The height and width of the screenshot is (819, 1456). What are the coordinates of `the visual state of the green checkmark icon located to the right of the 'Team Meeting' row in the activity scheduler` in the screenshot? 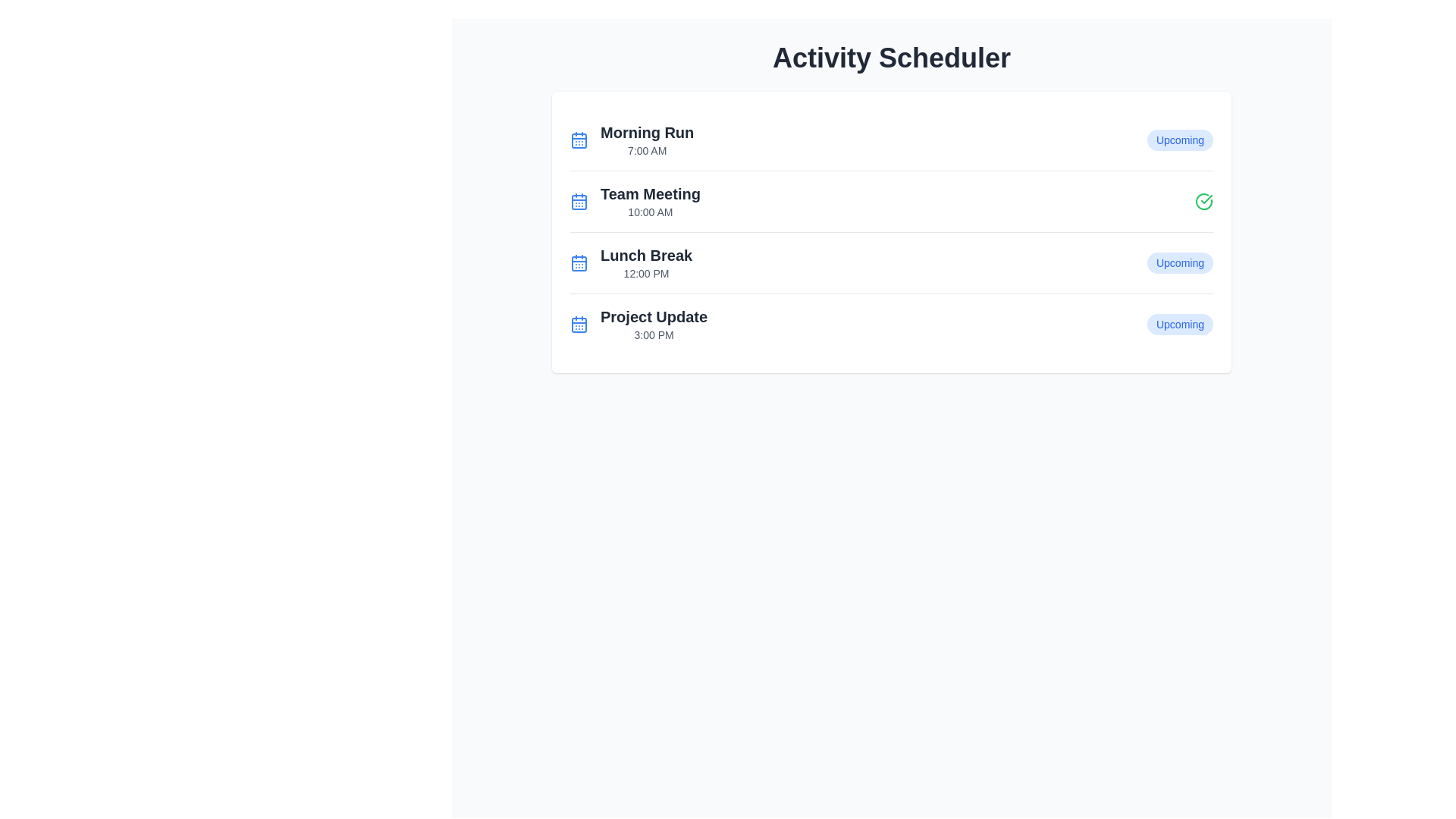 It's located at (1206, 198).